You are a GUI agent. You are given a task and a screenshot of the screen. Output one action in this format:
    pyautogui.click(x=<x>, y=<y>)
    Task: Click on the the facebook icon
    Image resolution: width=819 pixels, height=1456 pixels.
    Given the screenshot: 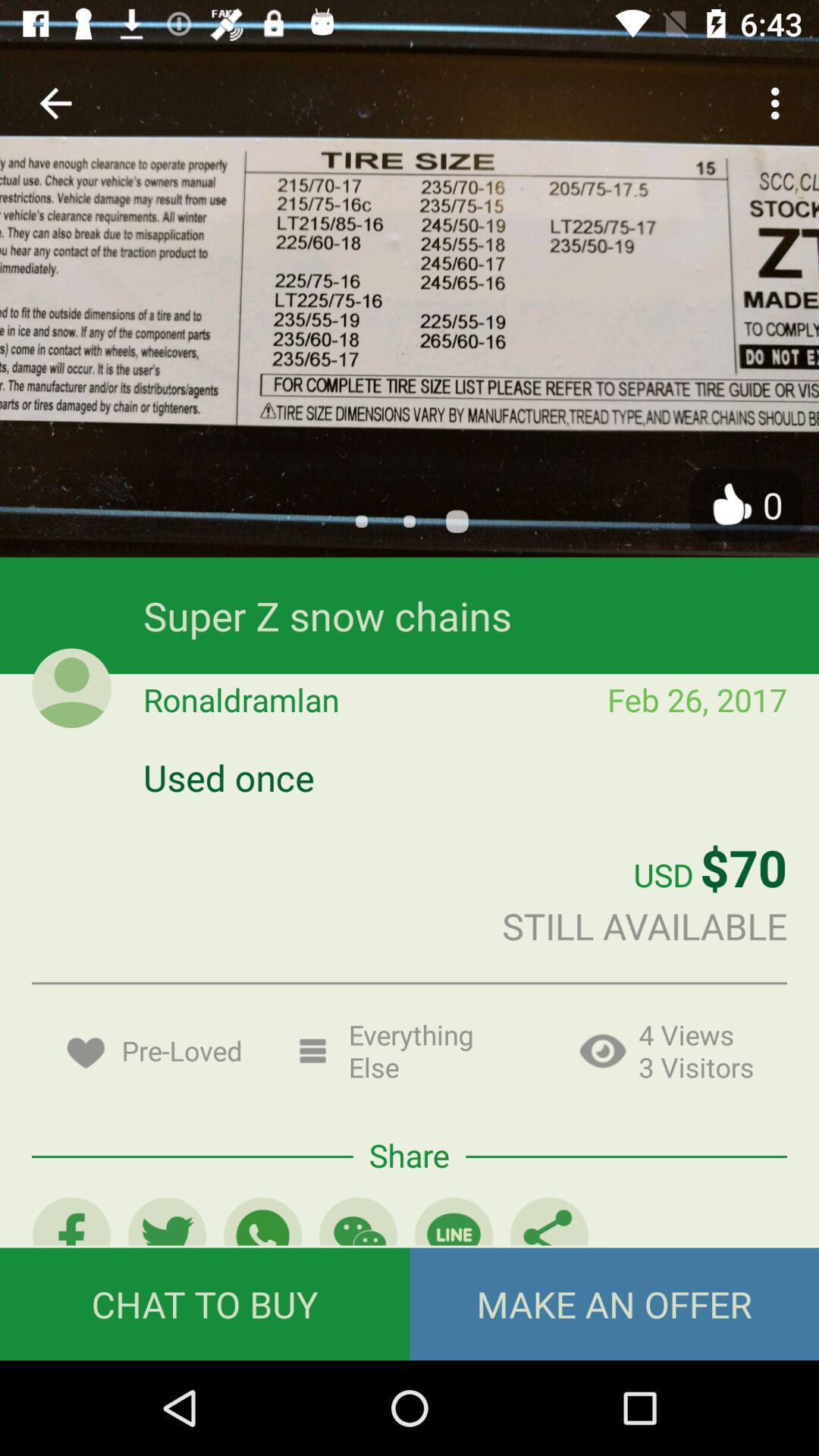 What is the action you would take?
    pyautogui.click(x=71, y=1216)
    